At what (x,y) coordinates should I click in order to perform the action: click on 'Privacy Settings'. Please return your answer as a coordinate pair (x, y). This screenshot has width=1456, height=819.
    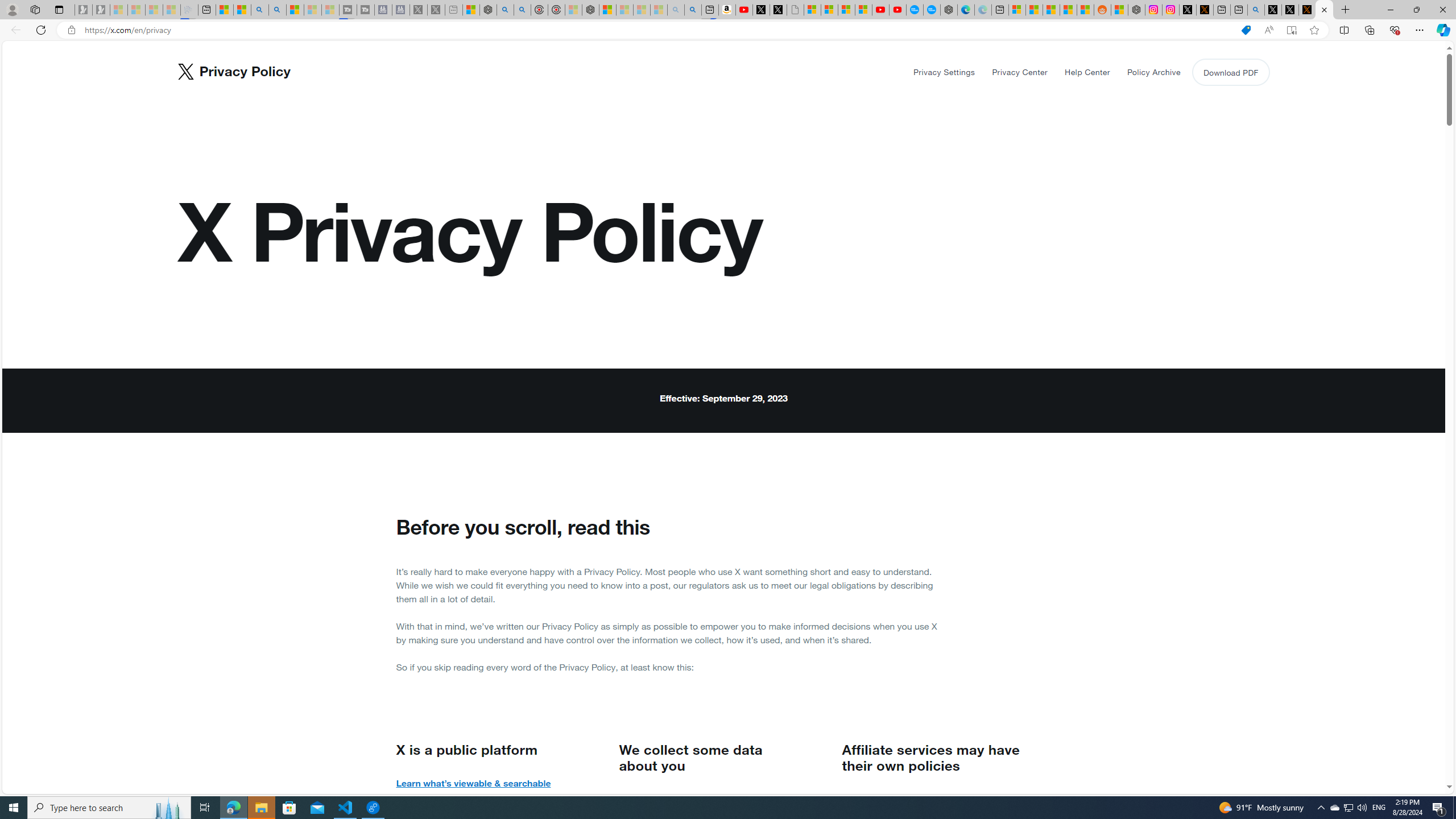
    Looking at the image, I should click on (944, 72).